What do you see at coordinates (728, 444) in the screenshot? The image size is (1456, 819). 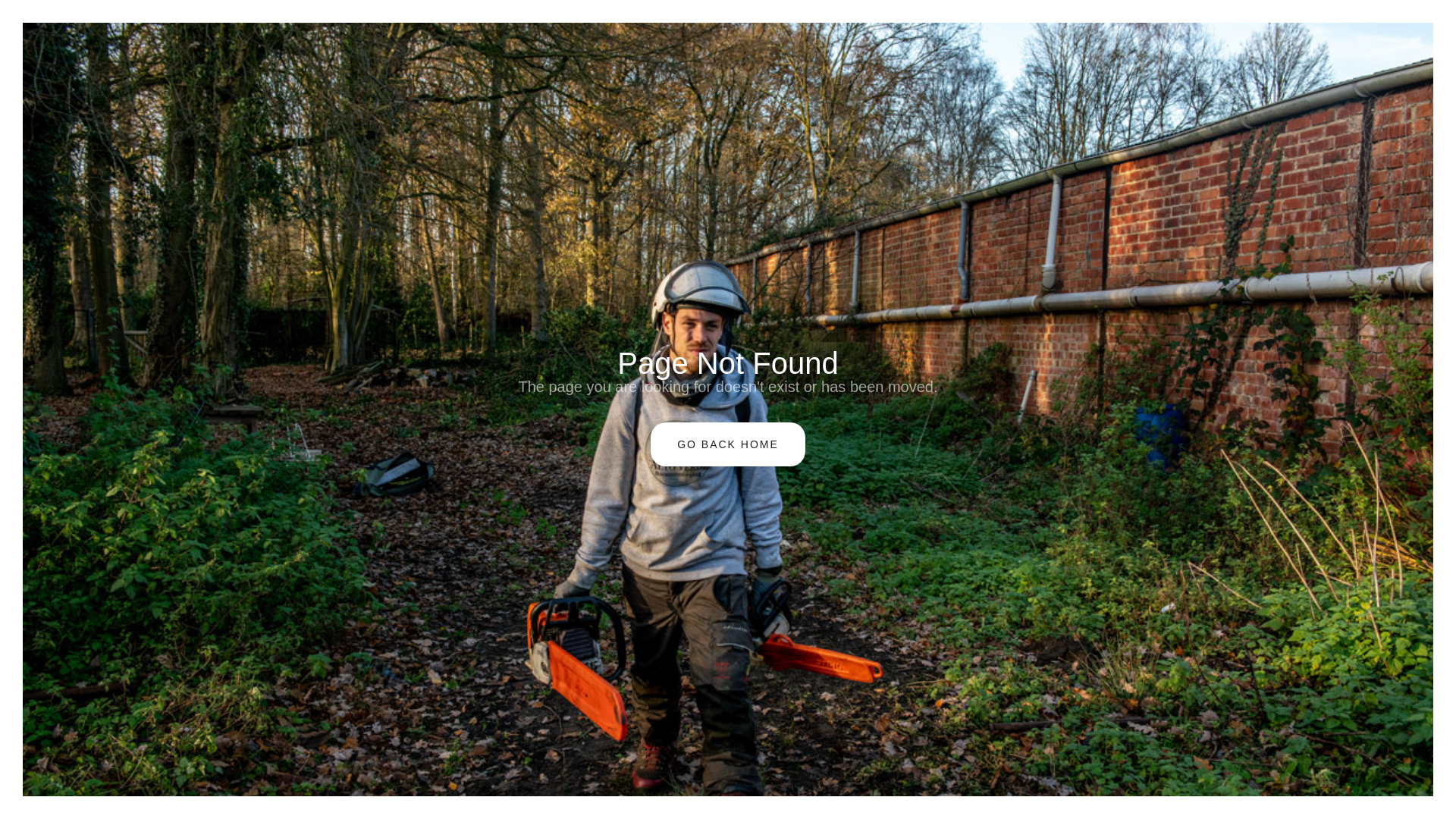 I see `'GO BACK HOME'` at bounding box center [728, 444].